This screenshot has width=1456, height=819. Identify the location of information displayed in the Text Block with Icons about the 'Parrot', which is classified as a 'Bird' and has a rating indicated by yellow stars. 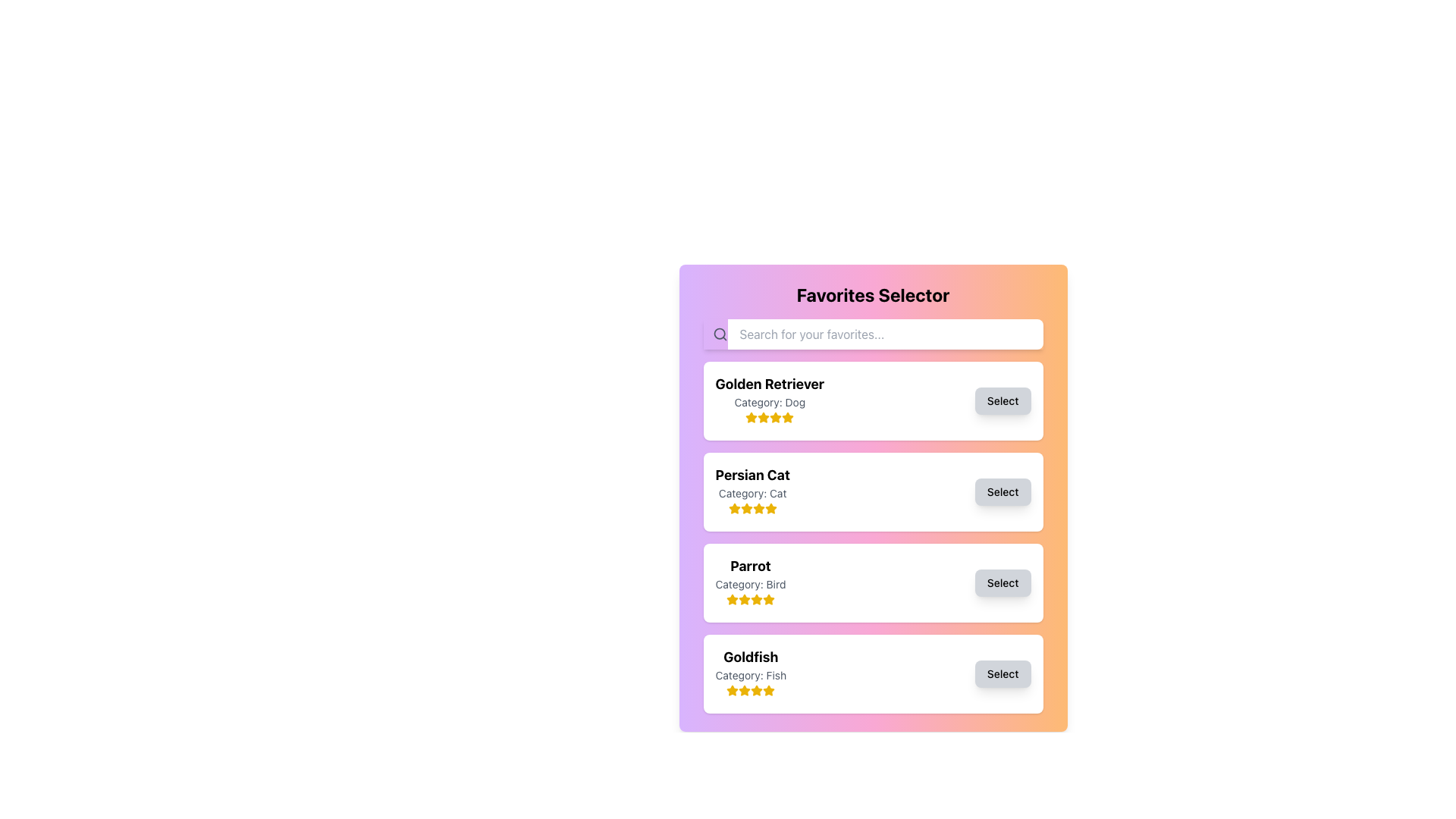
(750, 582).